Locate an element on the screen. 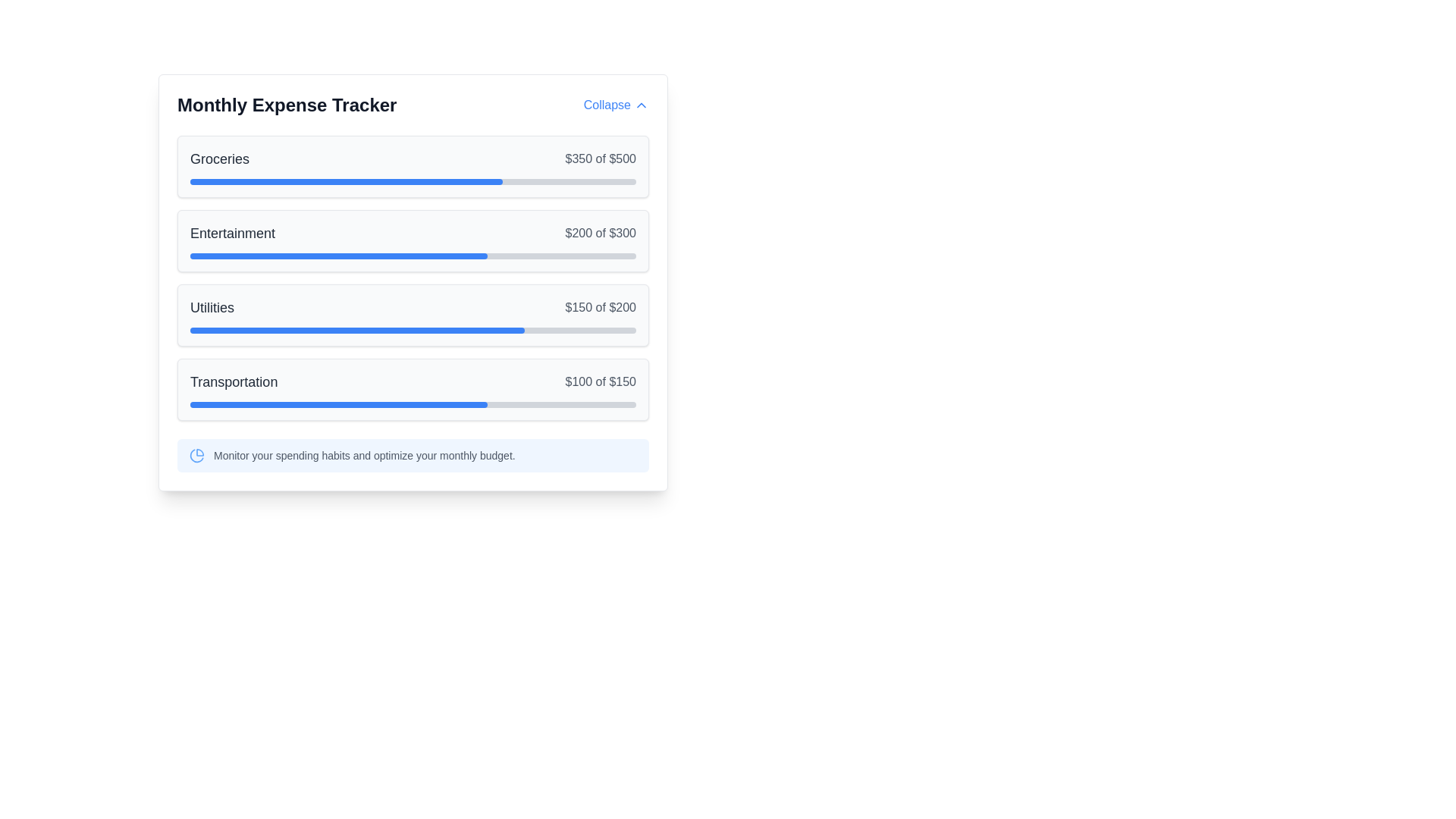 The height and width of the screenshot is (819, 1456). the Budget Summary Component displaying 'Groceries' with a budget summary of '$350 of $500' and a progress bar, which is the first entry in the list under 'Monthly Expense Tracker' is located at coordinates (413, 166).